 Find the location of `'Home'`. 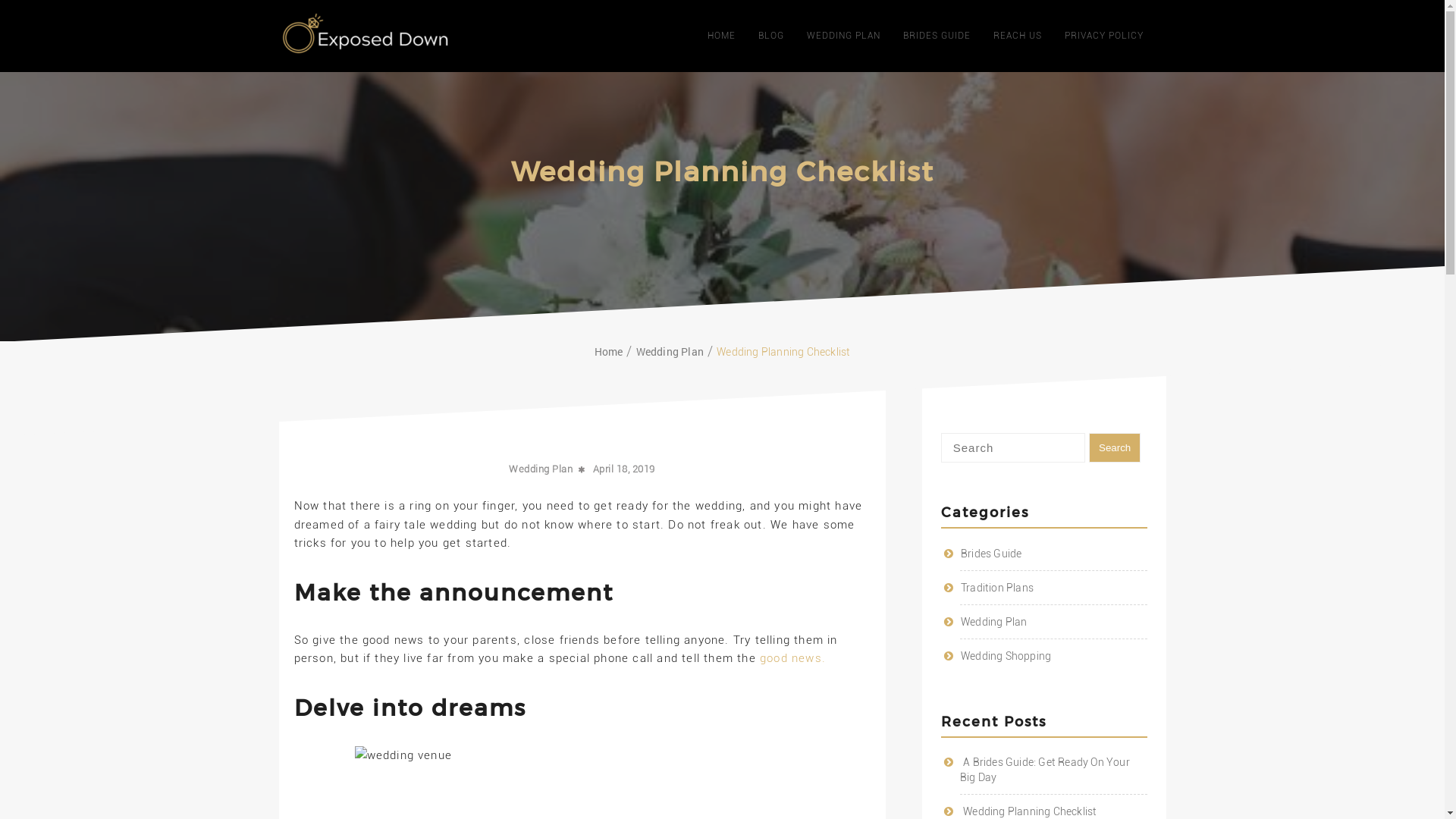

'Home' is located at coordinates (593, 351).